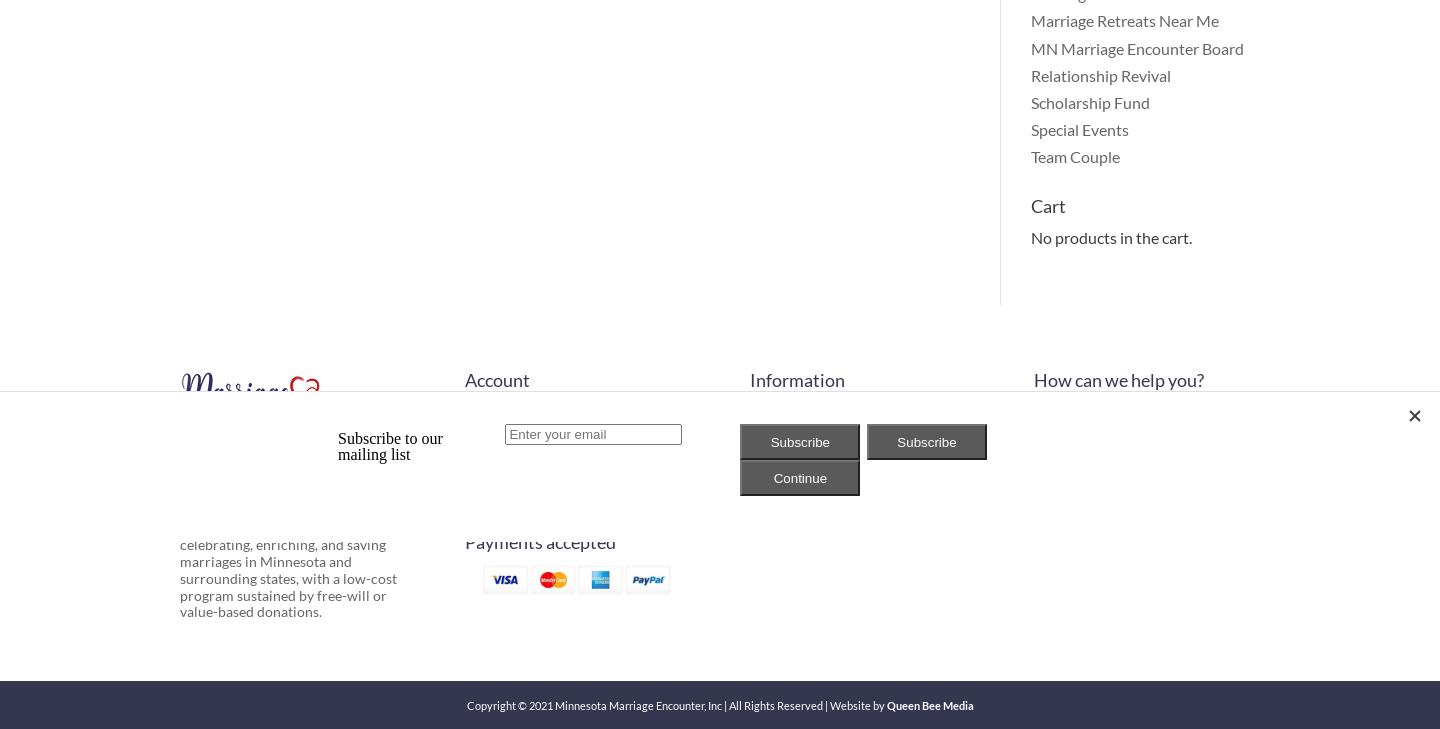  What do you see at coordinates (1099, 503) in the screenshot?
I see `'Stillwater, MN 55082'` at bounding box center [1099, 503].